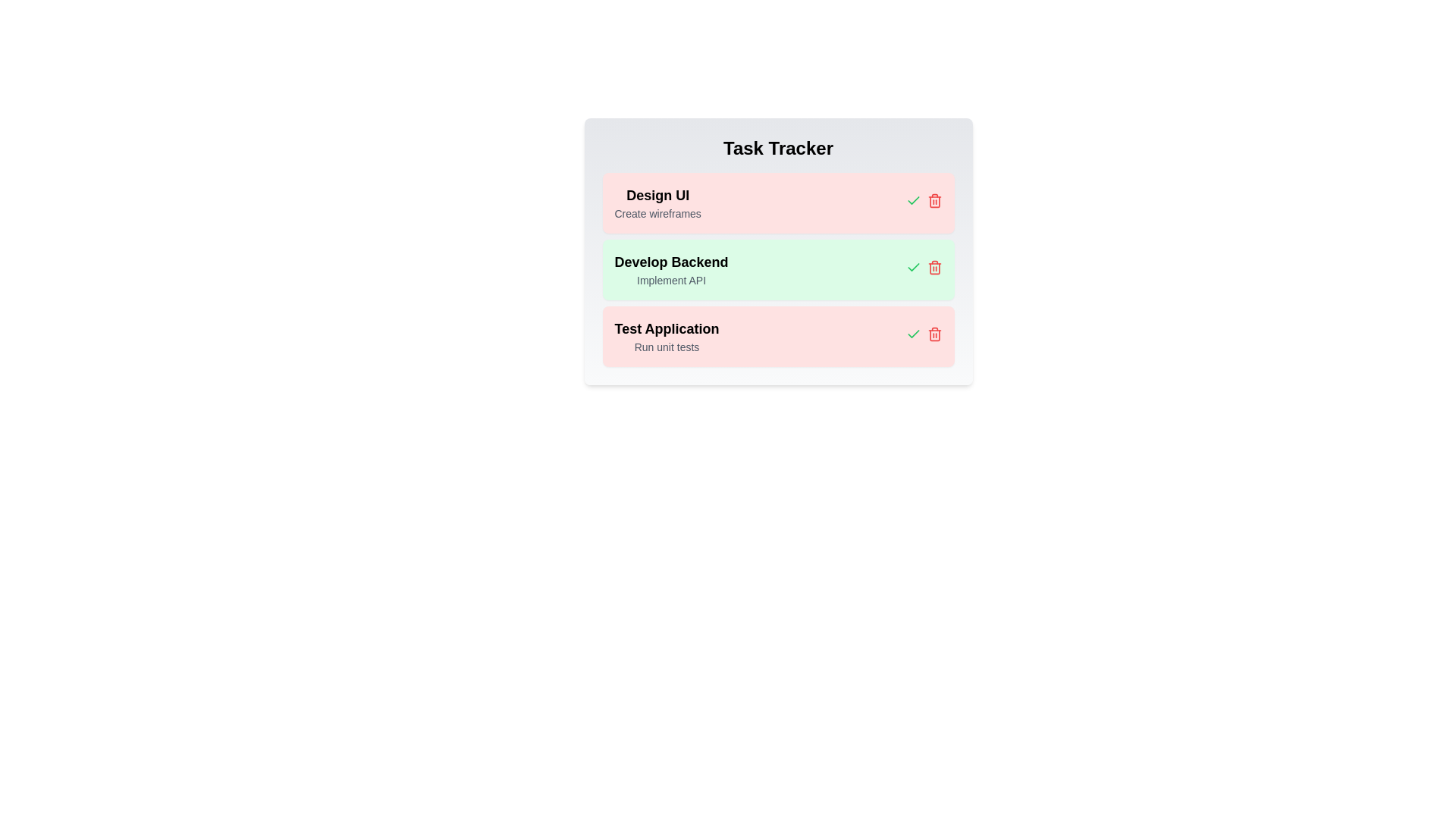 The width and height of the screenshot is (1456, 819). What do you see at coordinates (934, 333) in the screenshot?
I see `the task identified by its name Test Application` at bounding box center [934, 333].